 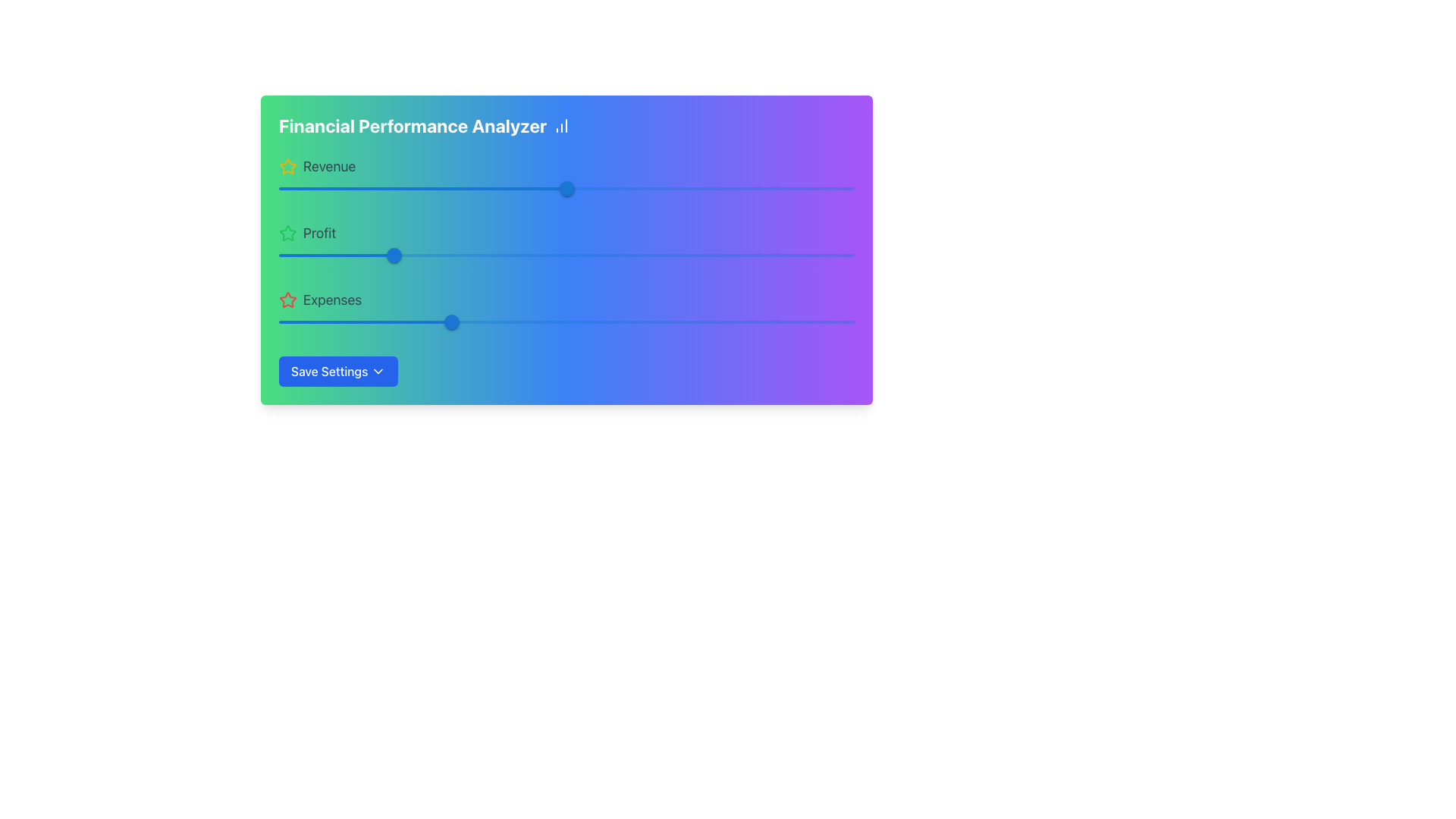 What do you see at coordinates (400, 254) in the screenshot?
I see `slider value` at bounding box center [400, 254].